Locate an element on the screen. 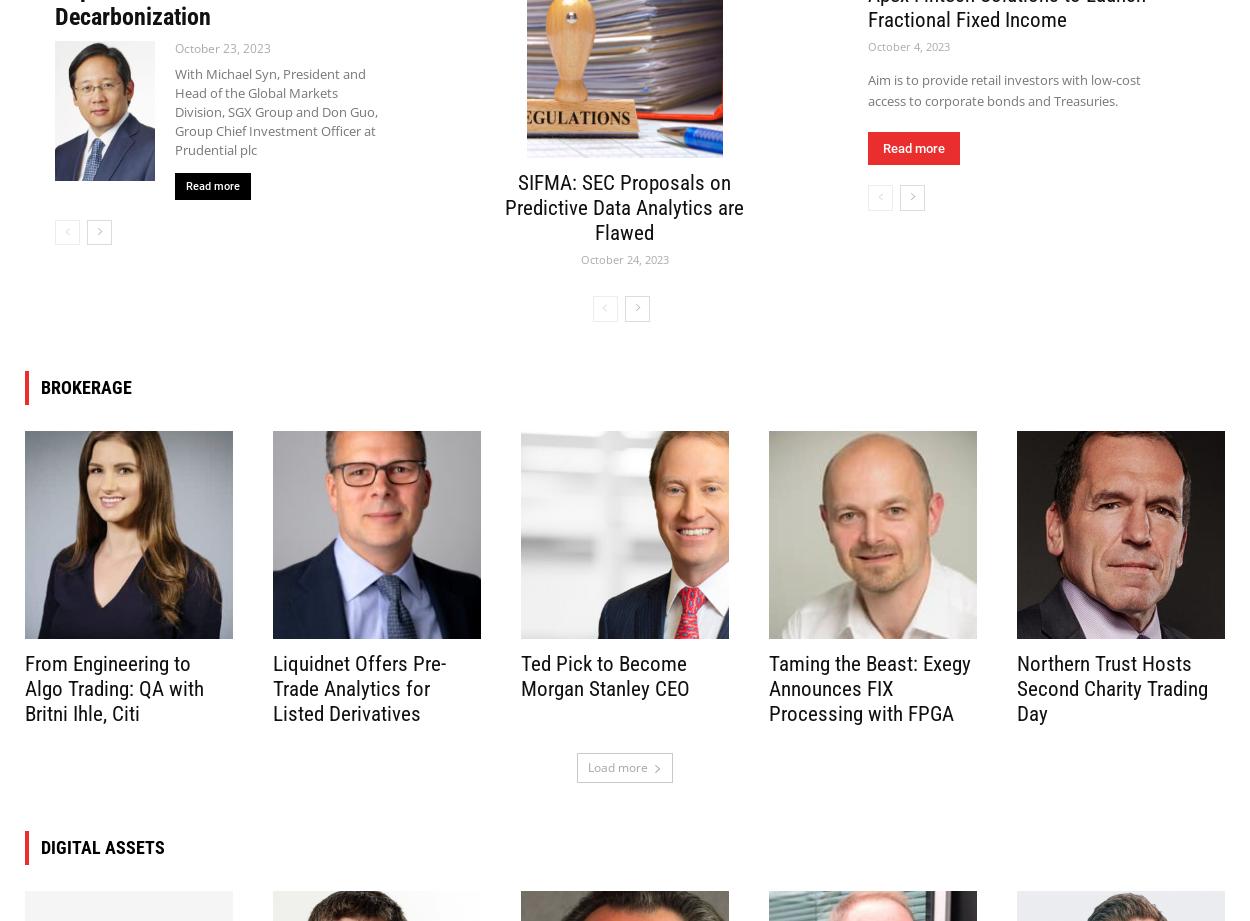  'Brokerage' is located at coordinates (85, 386).